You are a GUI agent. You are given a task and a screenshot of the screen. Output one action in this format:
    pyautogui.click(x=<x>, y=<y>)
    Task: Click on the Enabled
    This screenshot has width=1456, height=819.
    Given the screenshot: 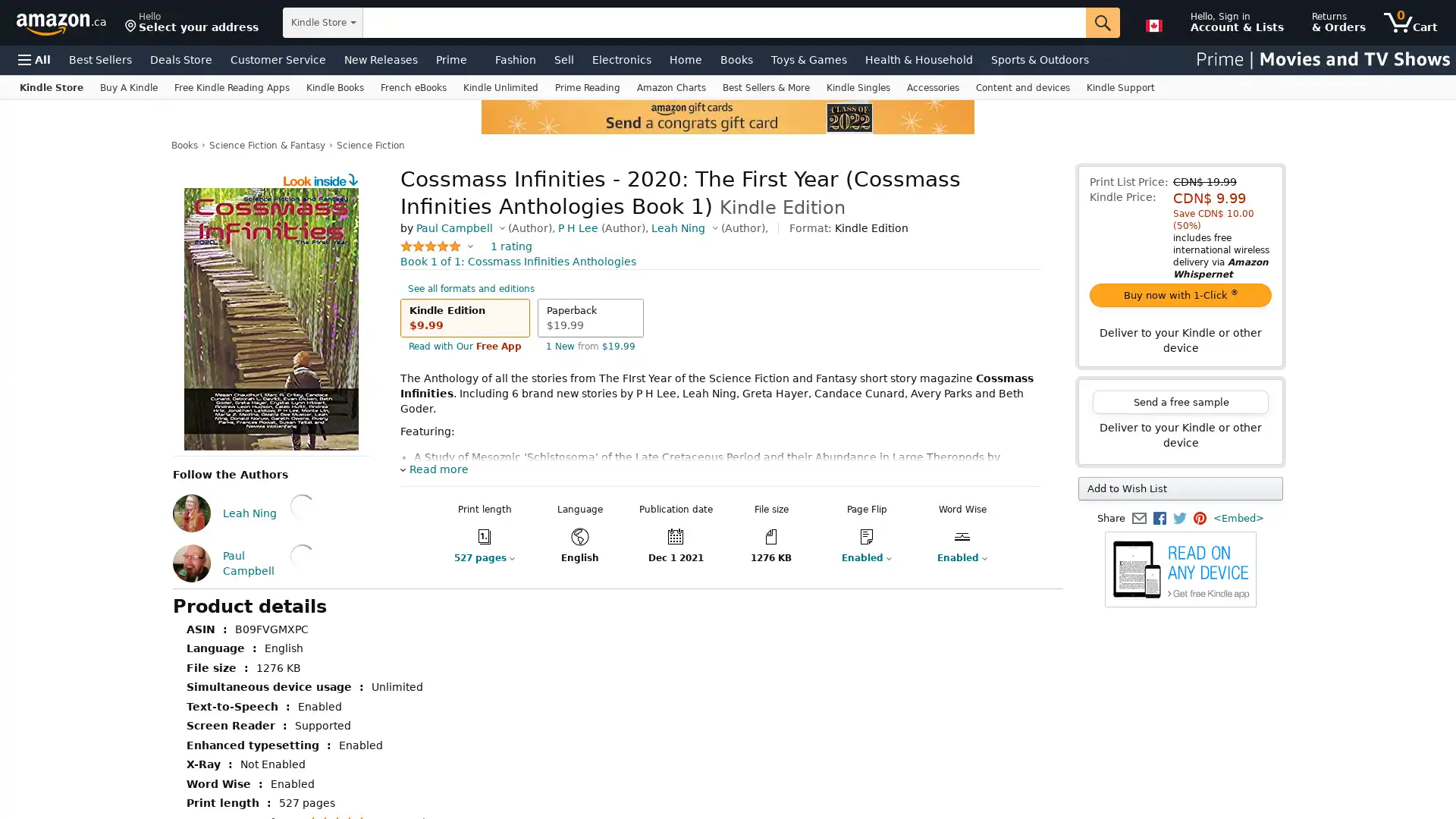 What is the action you would take?
    pyautogui.click(x=952, y=573)
    